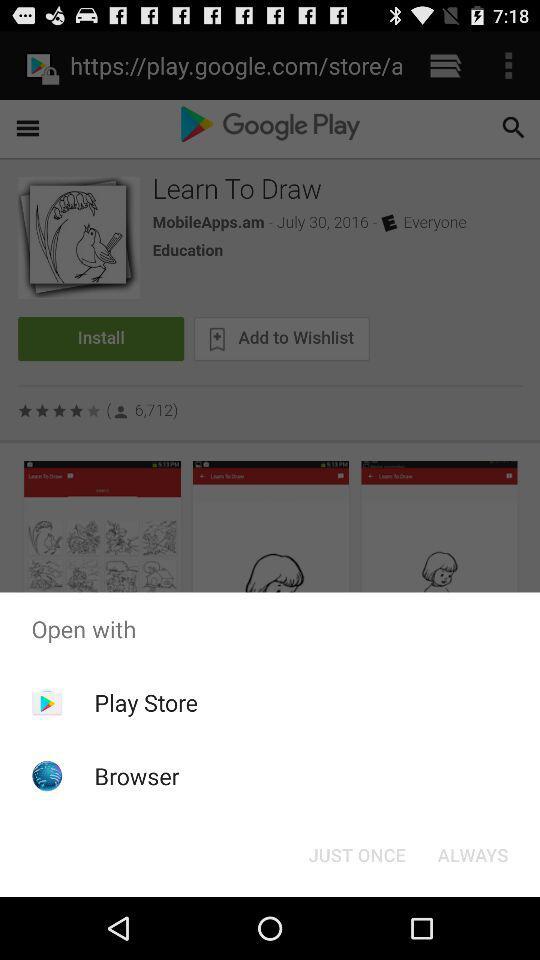  Describe the element at coordinates (472, 853) in the screenshot. I see `icon at the bottom right corner` at that location.